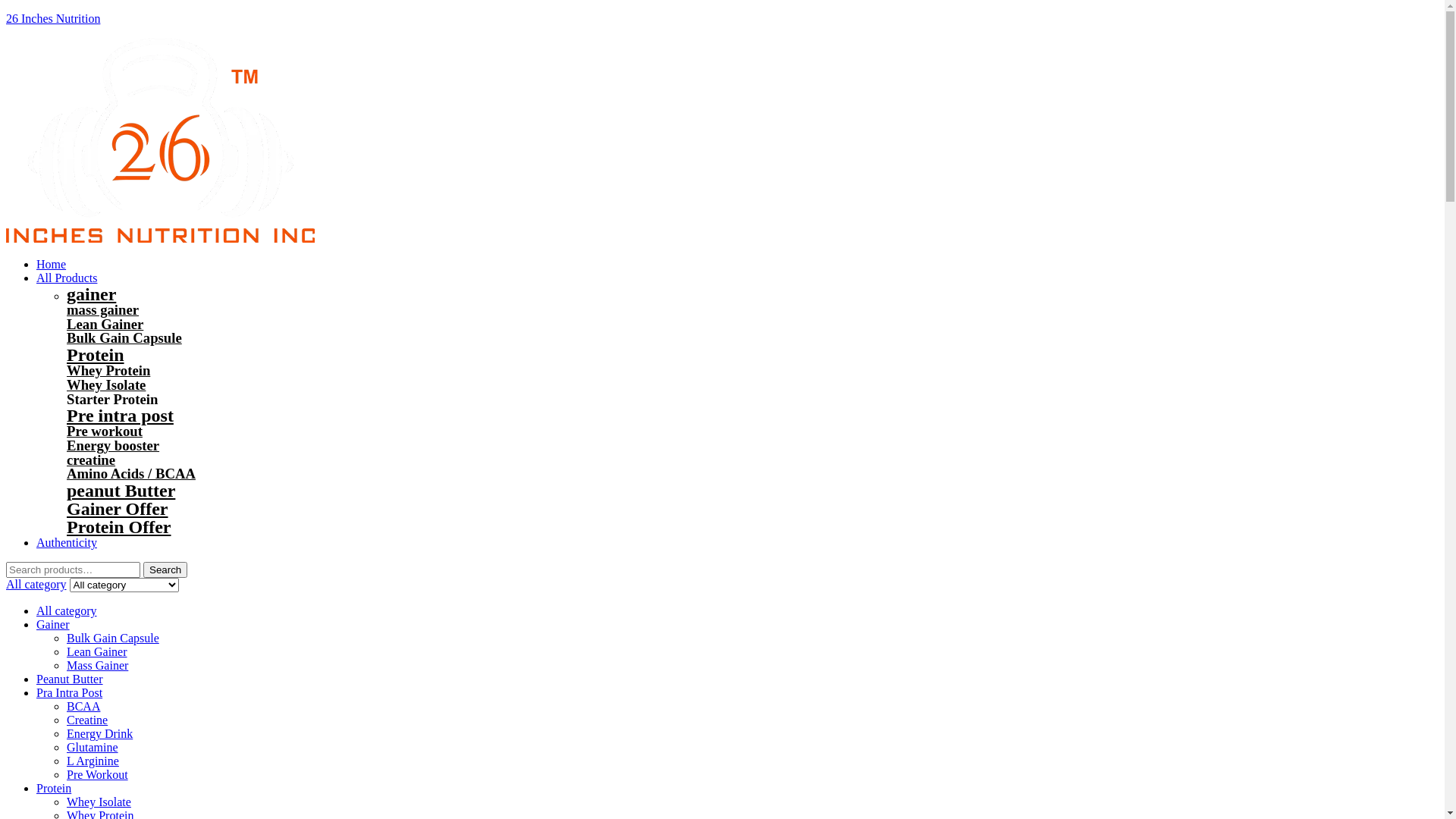 The width and height of the screenshot is (1456, 819). What do you see at coordinates (111, 444) in the screenshot?
I see `'Energy booster'` at bounding box center [111, 444].